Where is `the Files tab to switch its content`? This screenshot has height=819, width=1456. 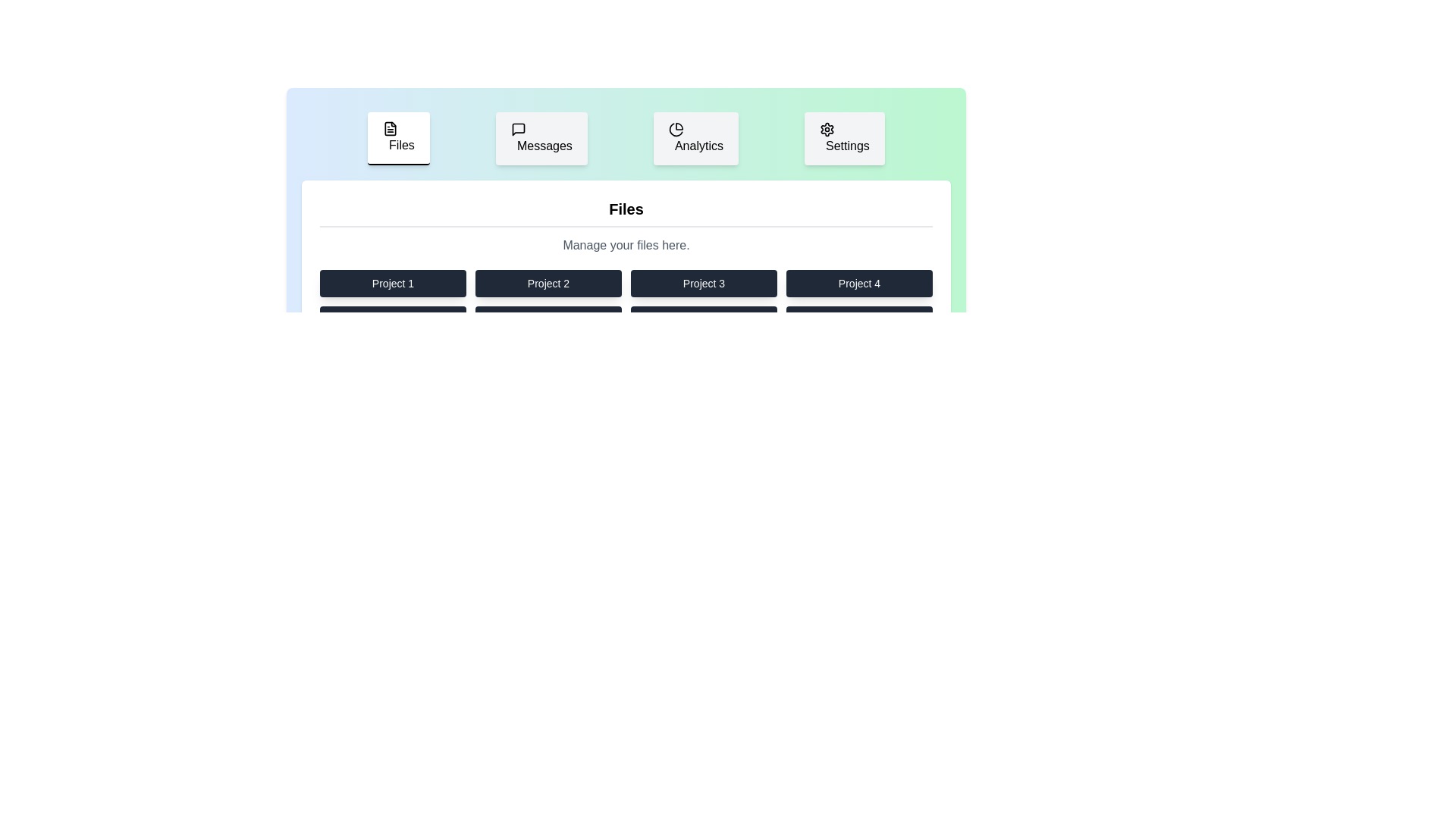
the Files tab to switch its content is located at coordinates (398, 138).